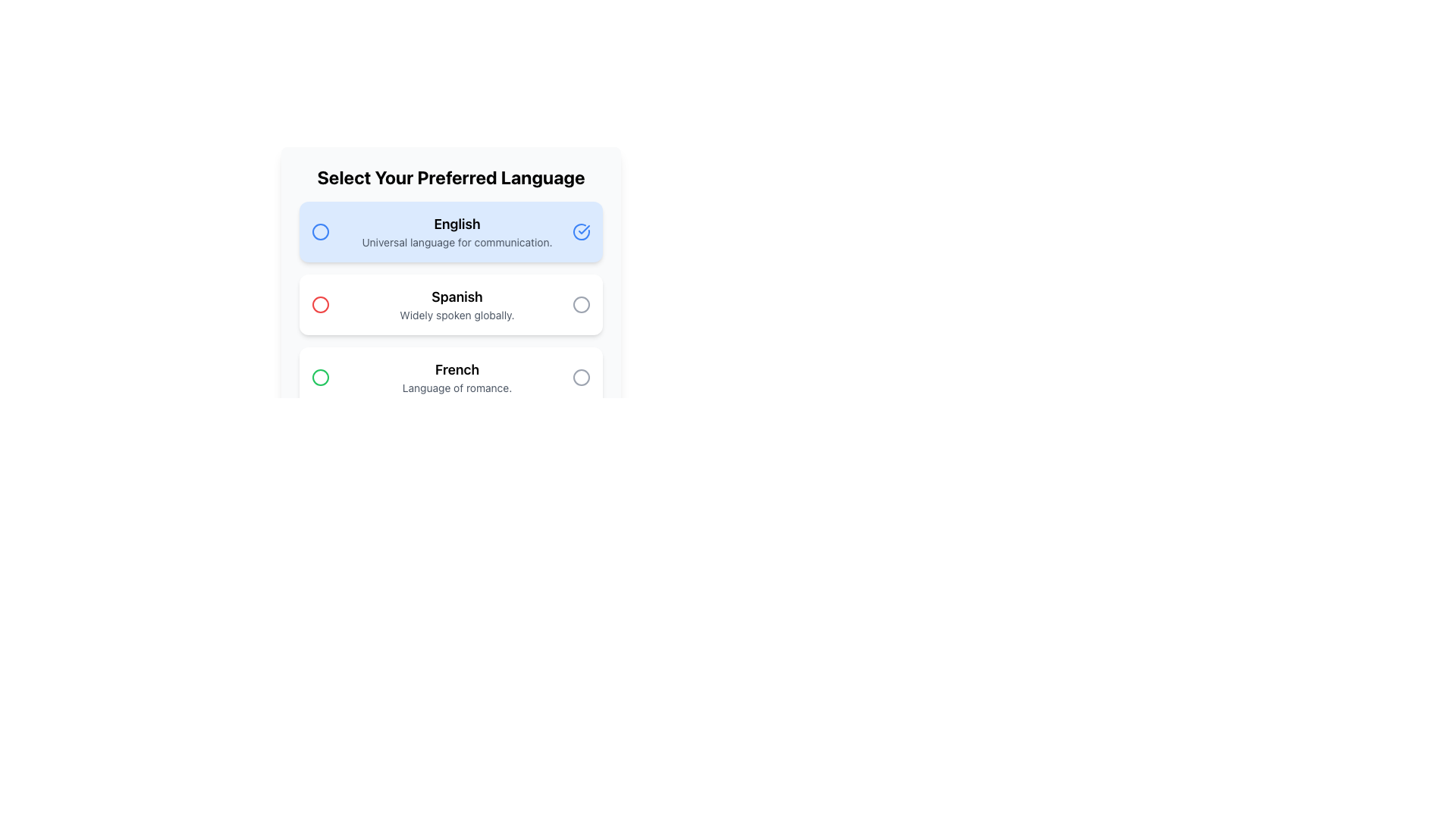  I want to click on the graphical circle indicator for the 'Spanish' option in the language selection form, so click(581, 304).